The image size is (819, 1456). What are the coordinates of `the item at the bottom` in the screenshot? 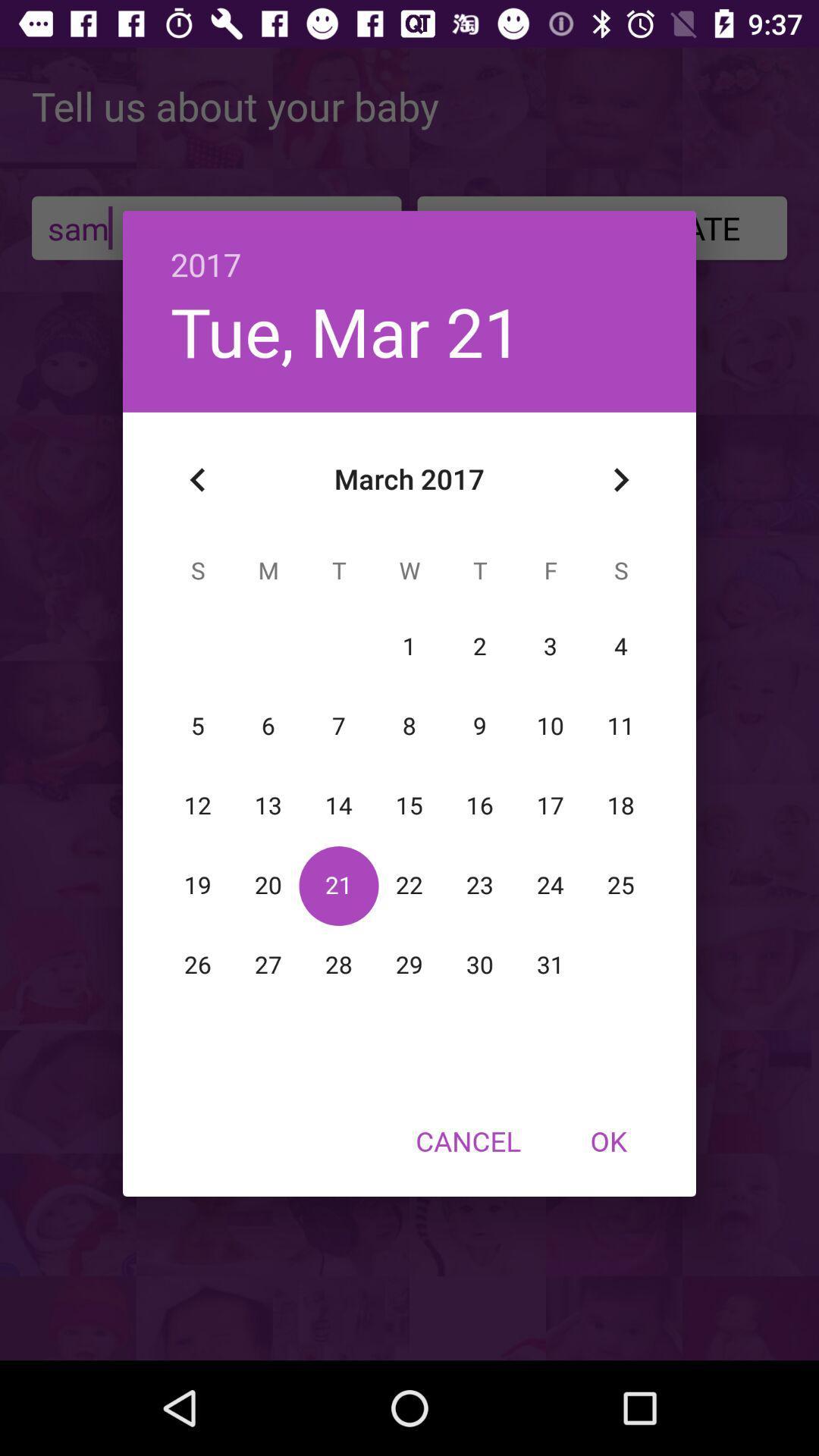 It's located at (467, 1141).